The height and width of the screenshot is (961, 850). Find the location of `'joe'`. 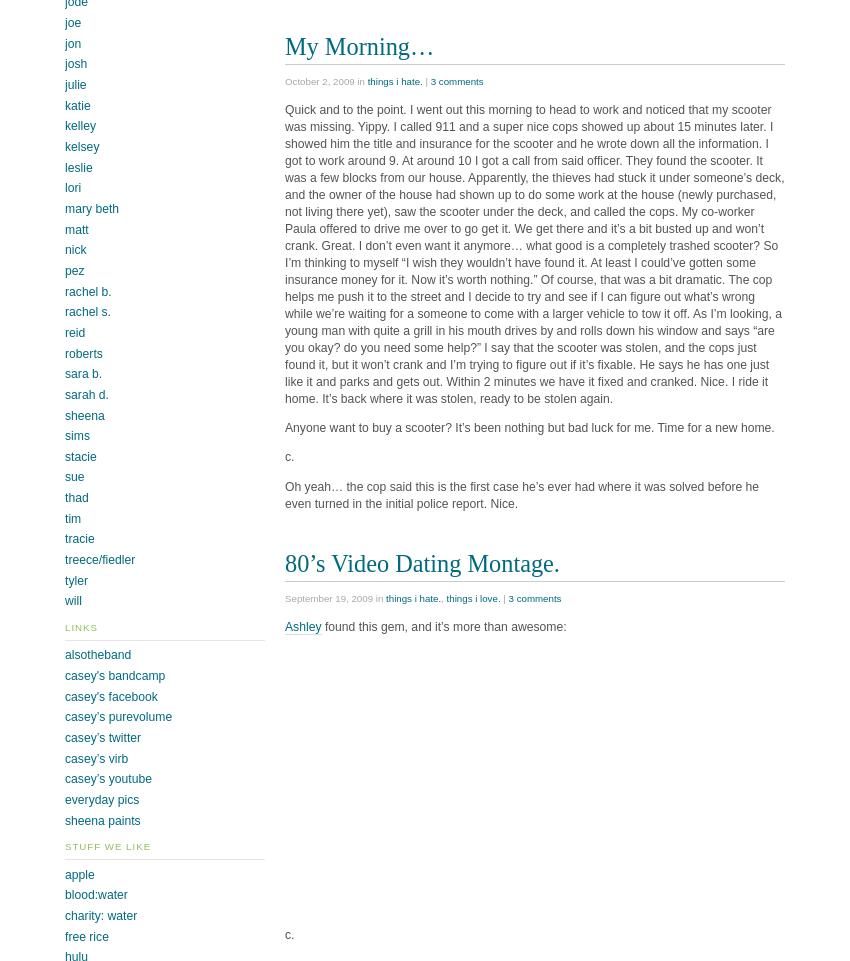

'joe' is located at coordinates (73, 21).